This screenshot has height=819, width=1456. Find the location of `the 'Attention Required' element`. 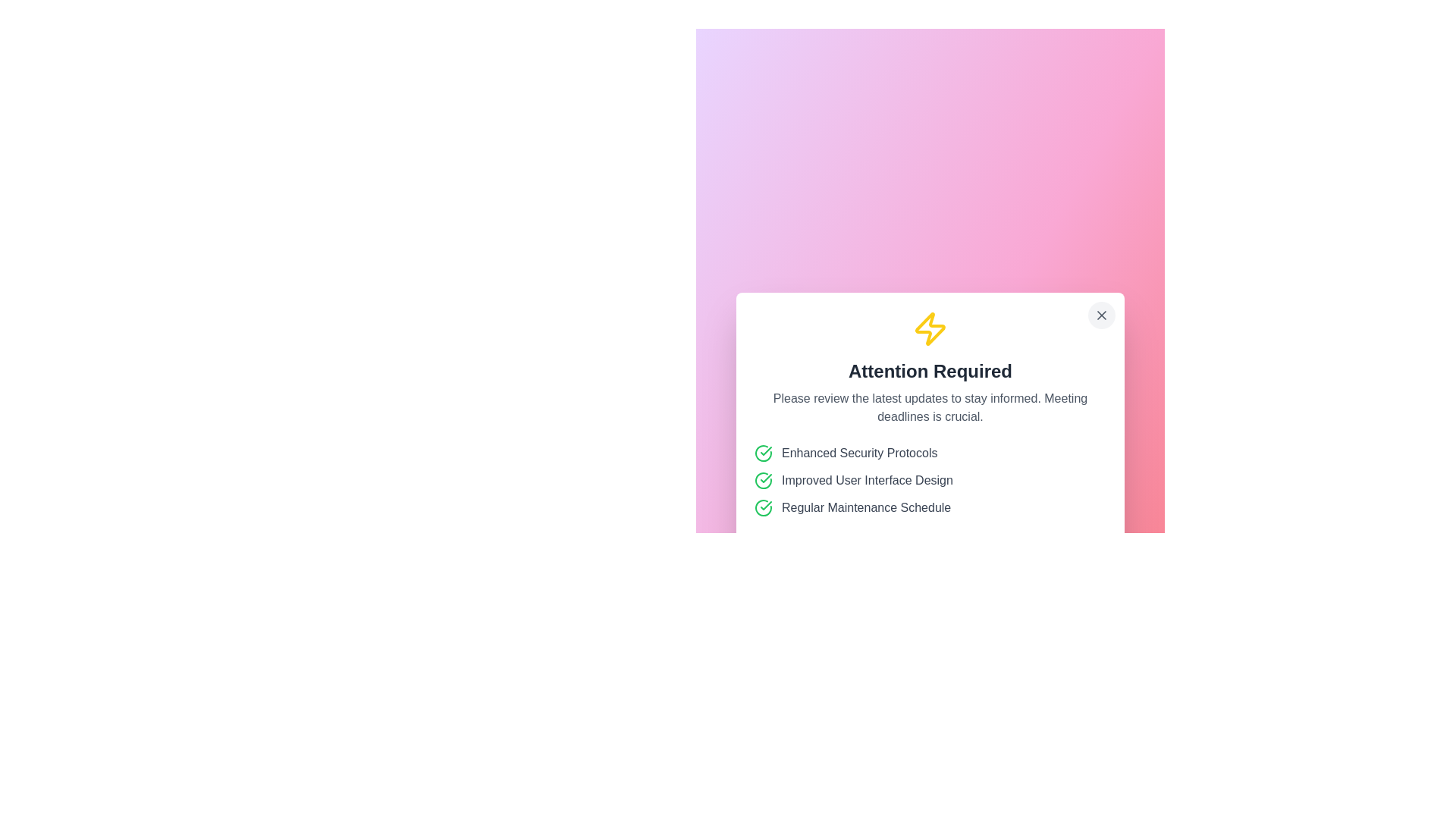

the 'Attention Required' element is located at coordinates (930, 369).